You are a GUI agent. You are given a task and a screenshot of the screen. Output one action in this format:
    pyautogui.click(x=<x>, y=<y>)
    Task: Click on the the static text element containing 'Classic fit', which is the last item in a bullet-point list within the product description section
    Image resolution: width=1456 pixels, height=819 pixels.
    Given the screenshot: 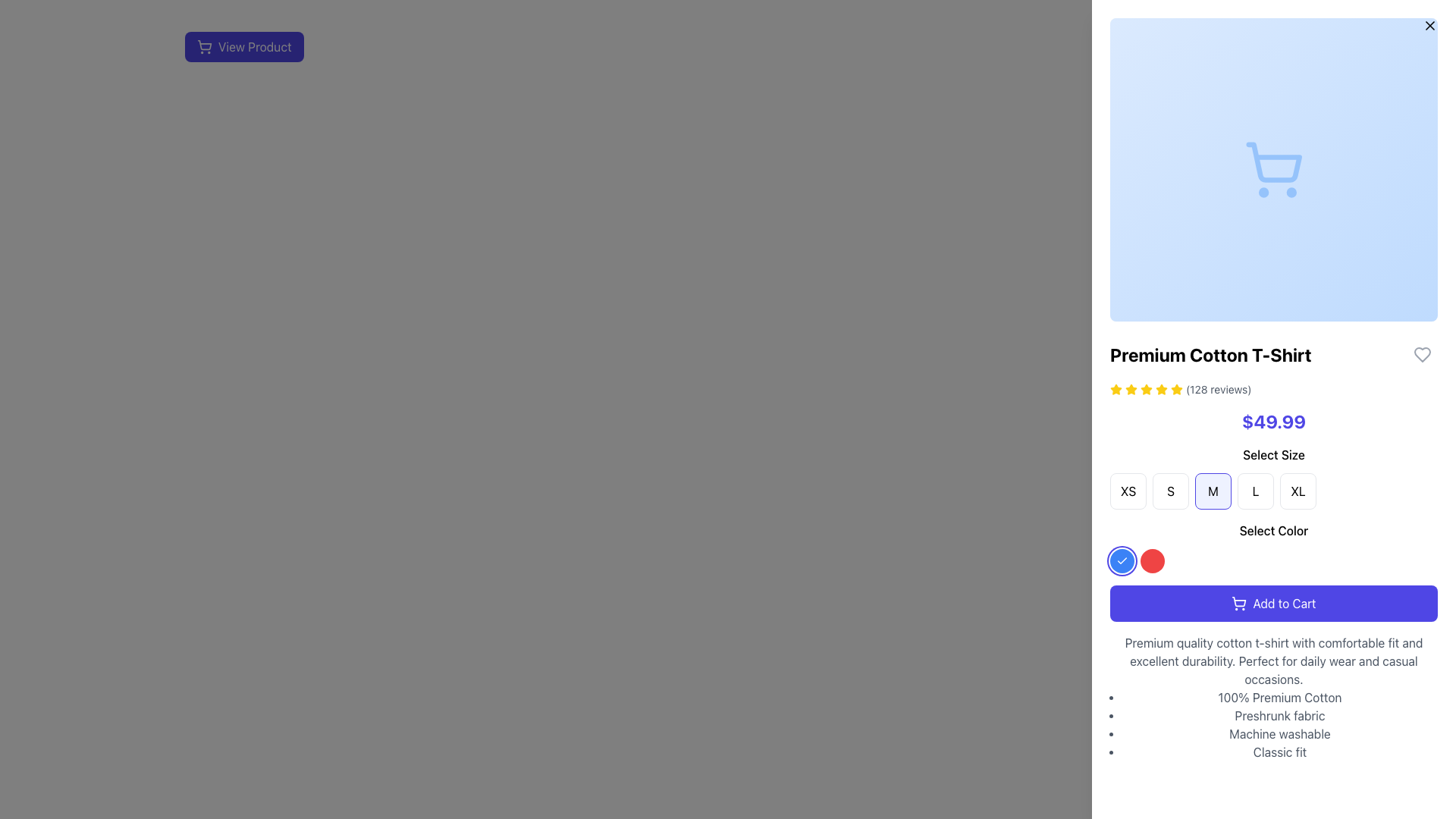 What is the action you would take?
    pyautogui.click(x=1279, y=752)
    